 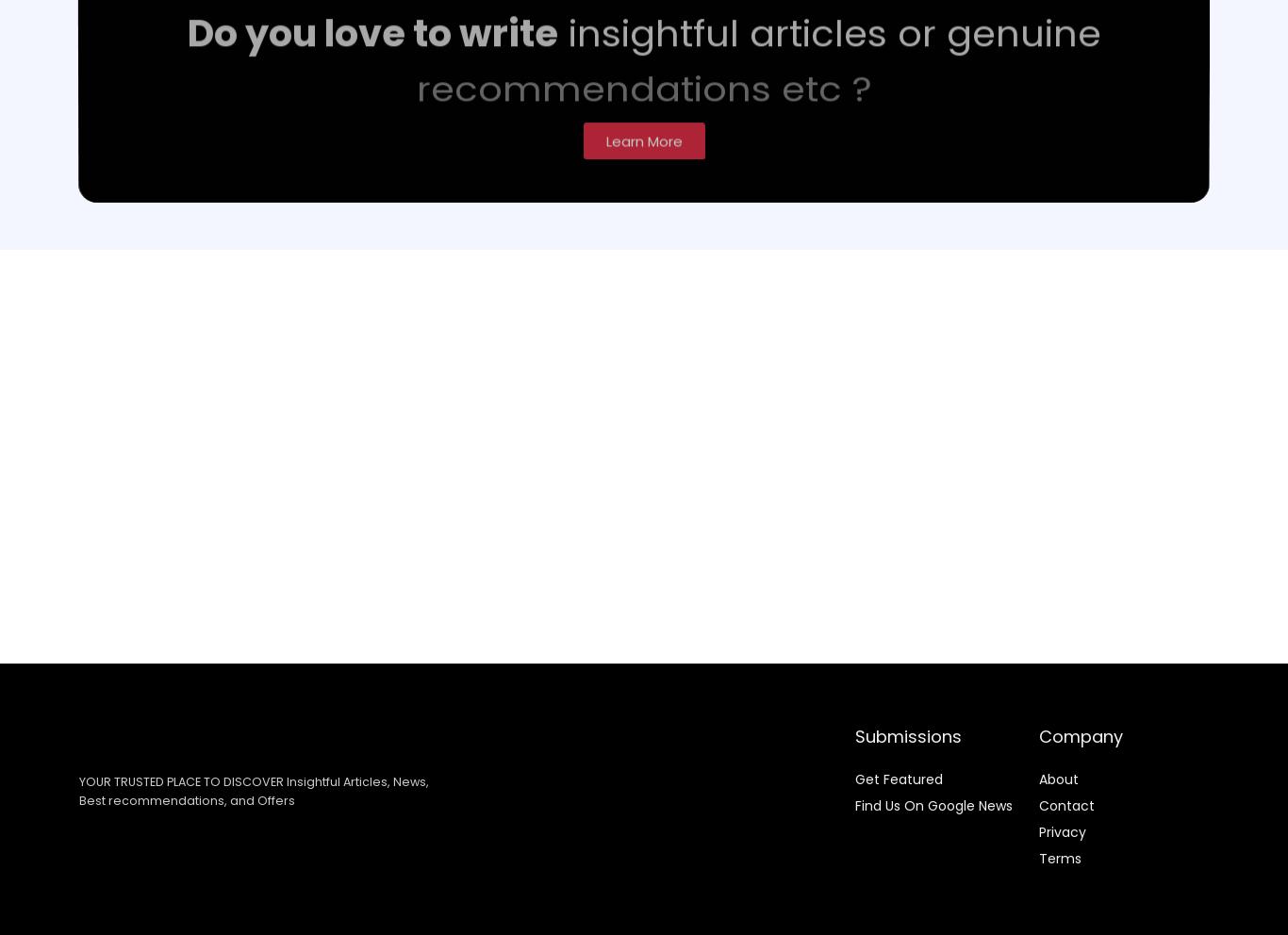 I want to click on 'Get Featured', so click(x=899, y=779).